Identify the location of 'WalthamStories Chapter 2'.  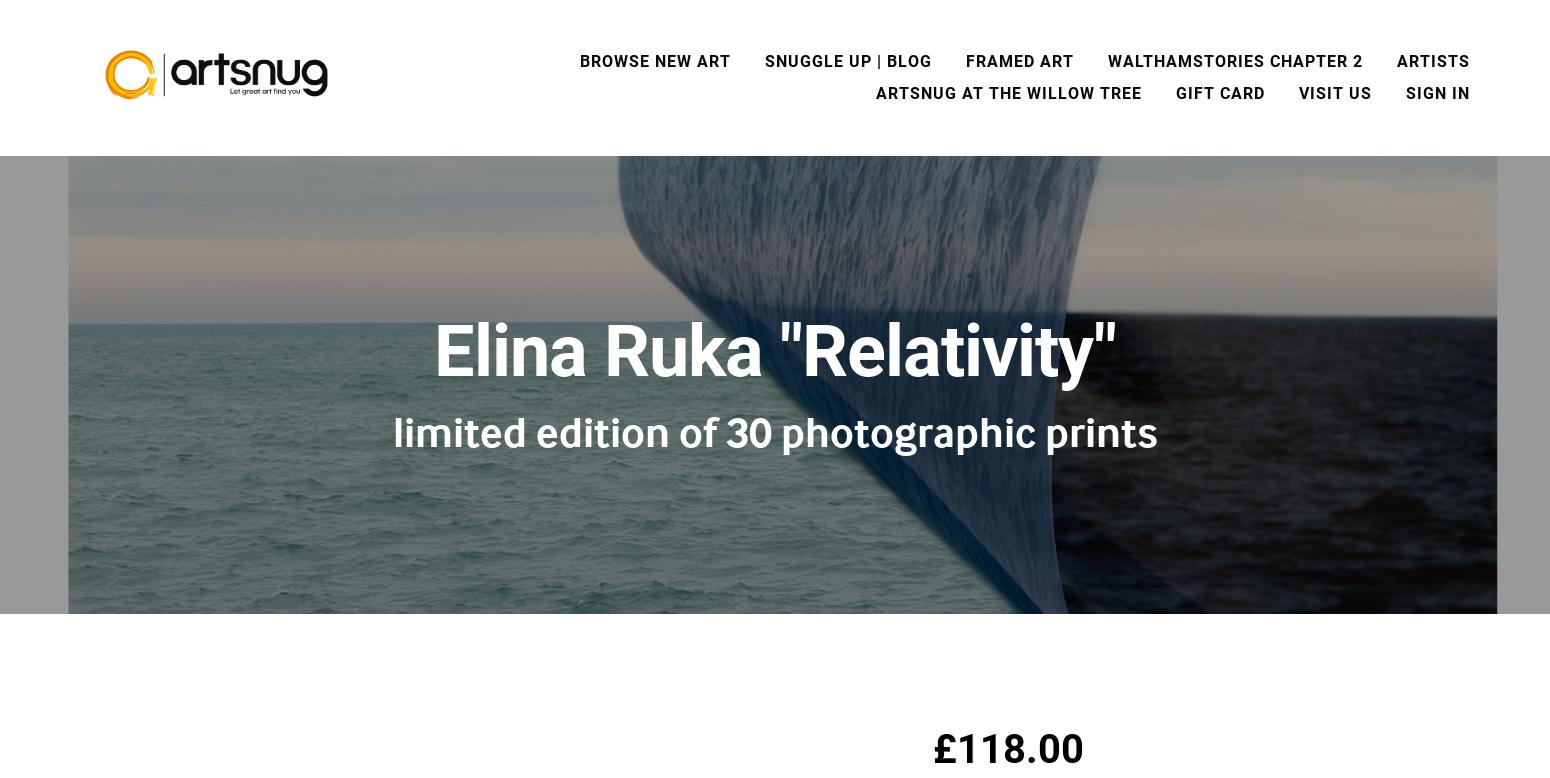
(1235, 61).